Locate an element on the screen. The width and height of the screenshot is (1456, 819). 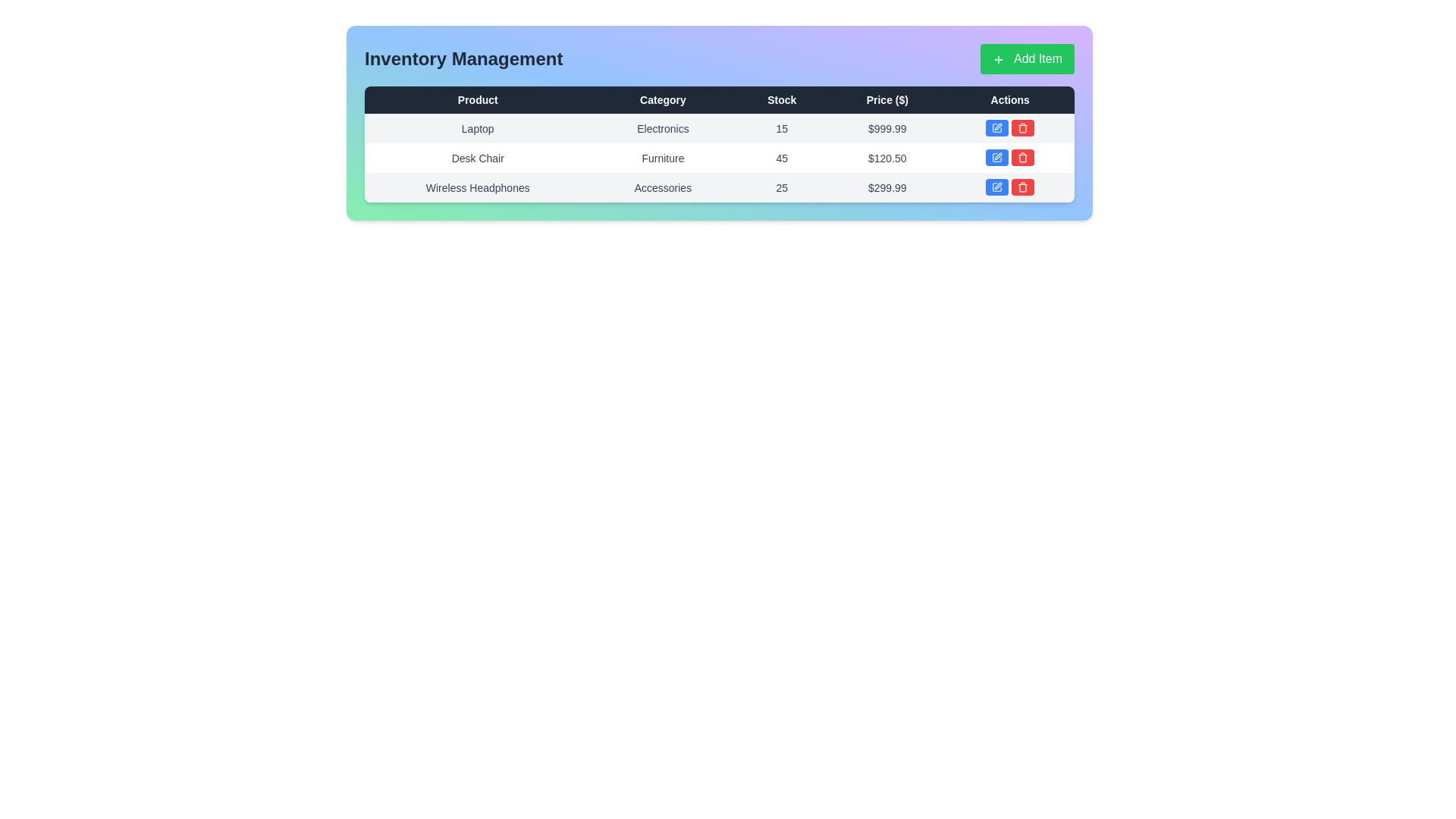
the Text Label that identifies the product name in the inventory management table, located in the third row under the 'Product' column is located at coordinates (477, 187).